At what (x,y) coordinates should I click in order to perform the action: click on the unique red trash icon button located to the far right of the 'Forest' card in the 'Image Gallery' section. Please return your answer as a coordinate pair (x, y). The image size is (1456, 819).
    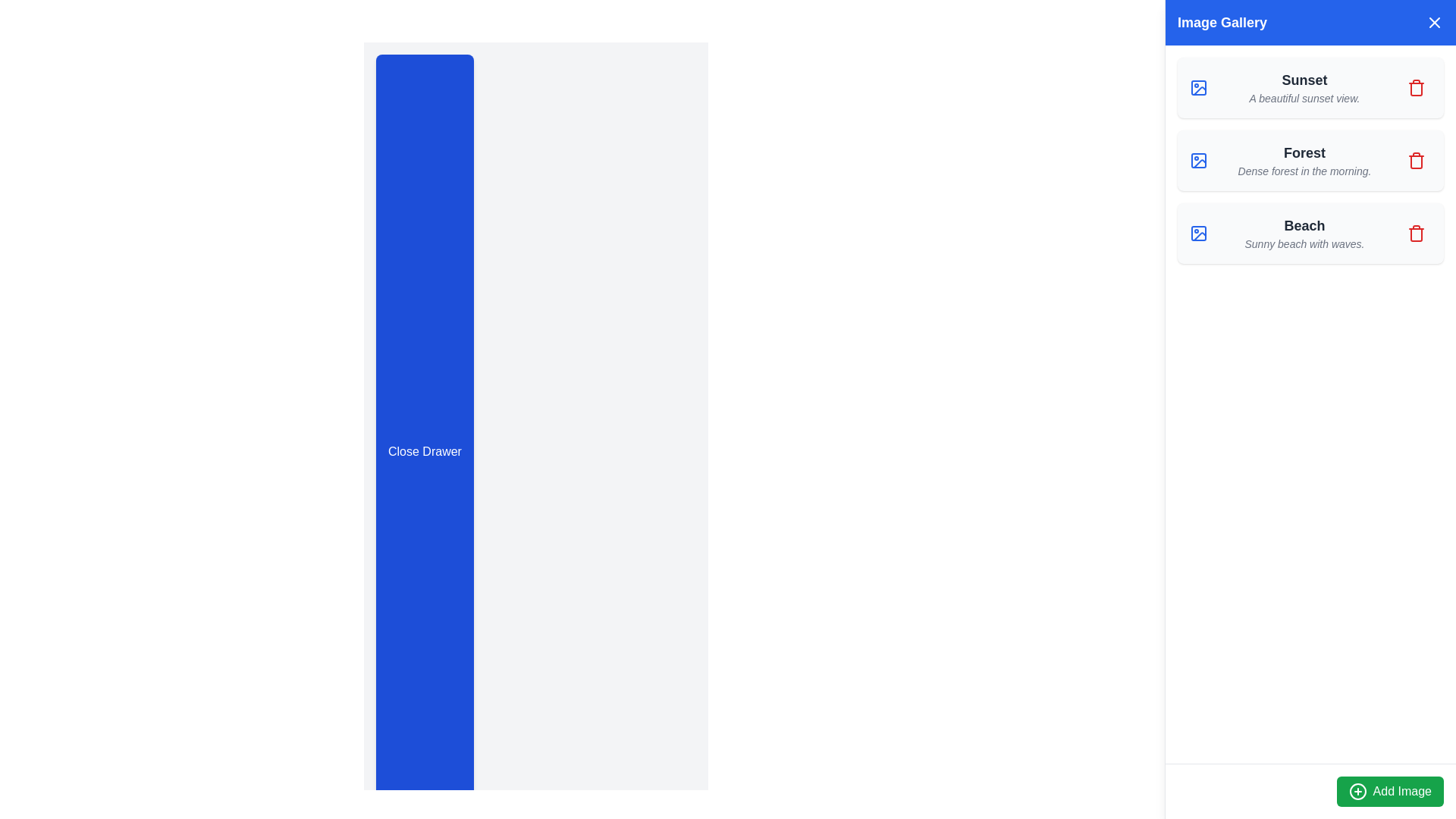
    Looking at the image, I should click on (1415, 161).